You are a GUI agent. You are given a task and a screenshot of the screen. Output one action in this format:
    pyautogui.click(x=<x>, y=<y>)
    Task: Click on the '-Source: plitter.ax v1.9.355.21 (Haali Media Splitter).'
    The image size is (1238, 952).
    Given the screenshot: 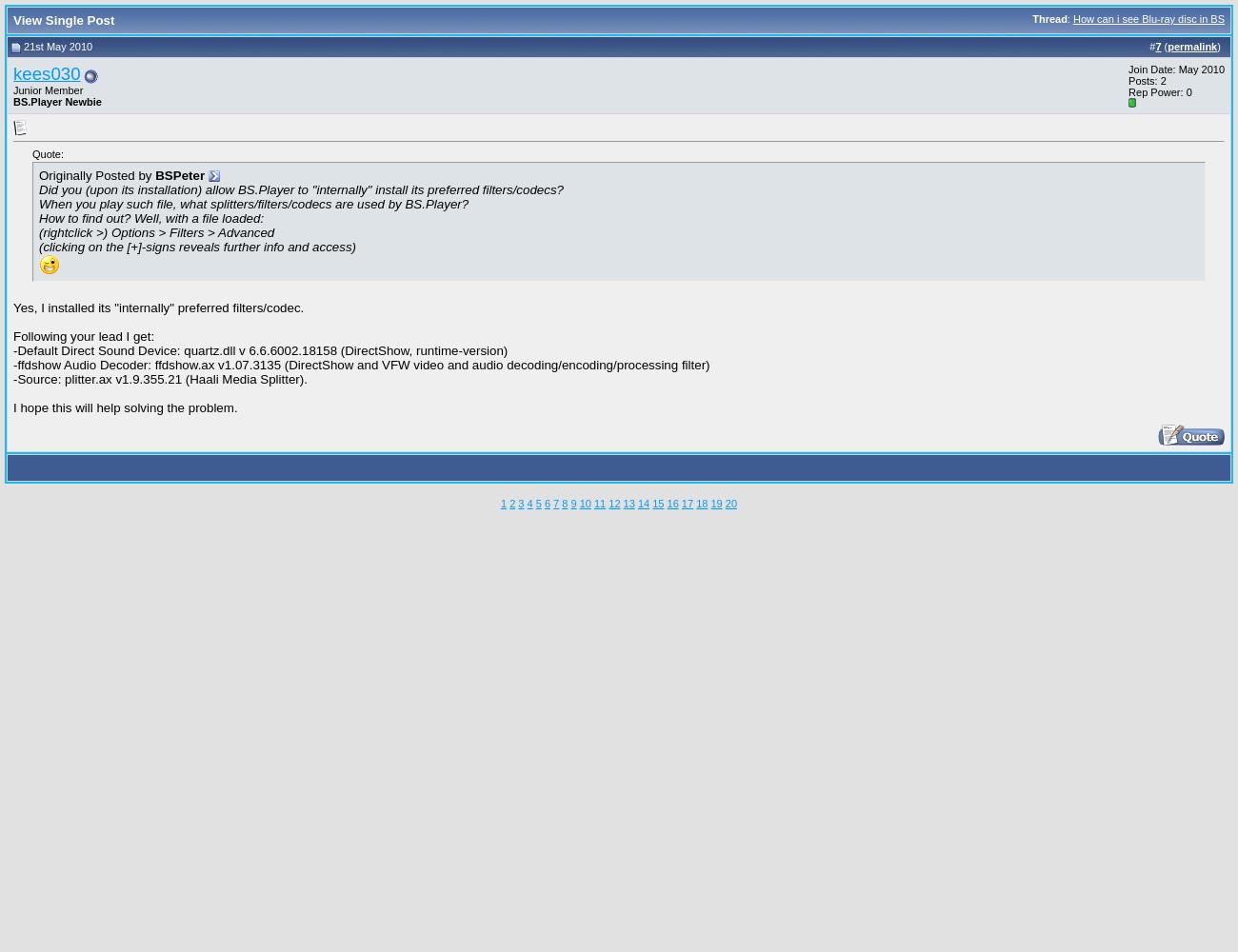 What is the action you would take?
    pyautogui.click(x=159, y=378)
    